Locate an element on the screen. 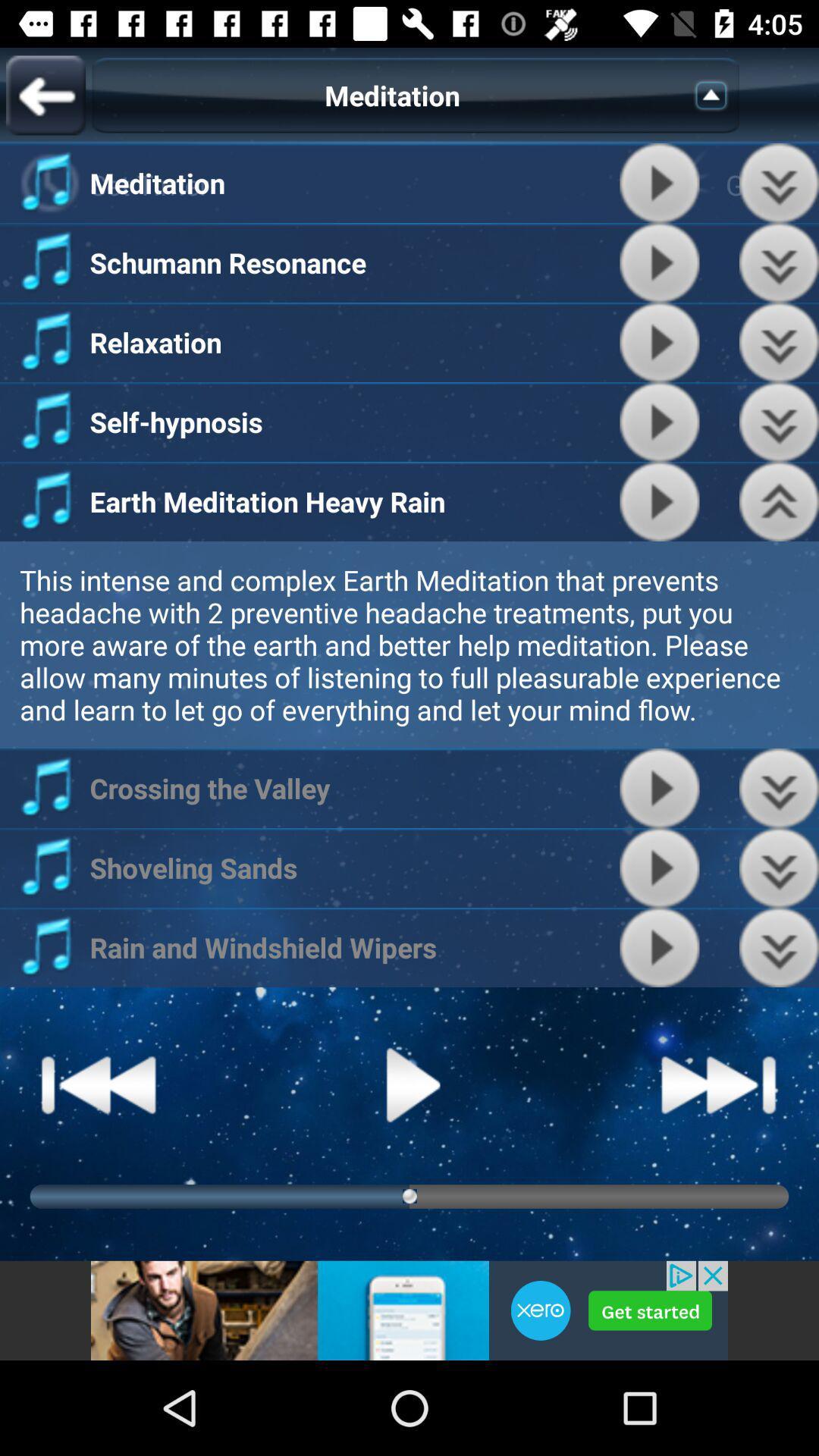 This screenshot has height=1456, width=819. song is located at coordinates (659, 422).